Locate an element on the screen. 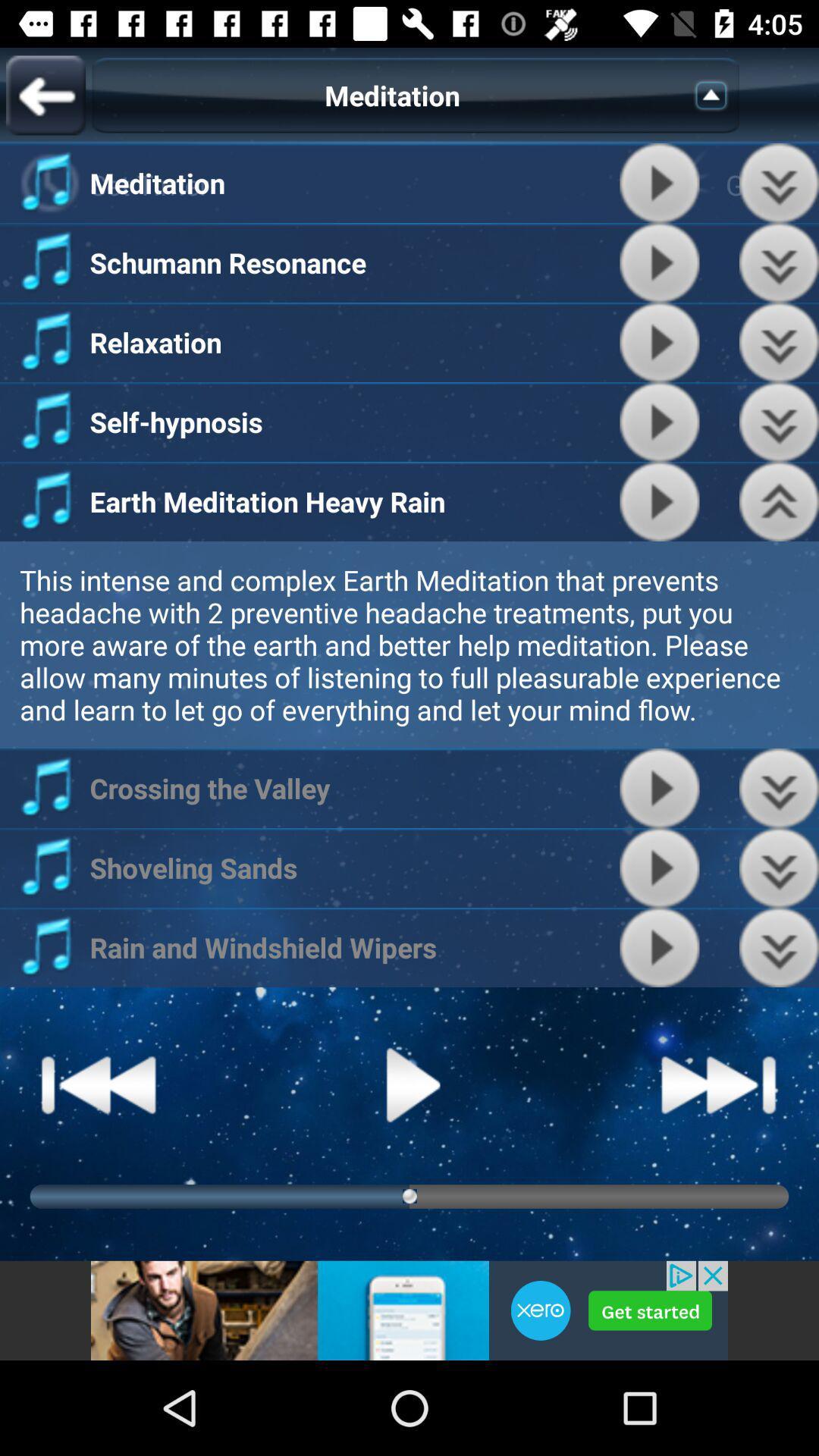 This screenshot has height=1456, width=819. song is located at coordinates (659, 422).